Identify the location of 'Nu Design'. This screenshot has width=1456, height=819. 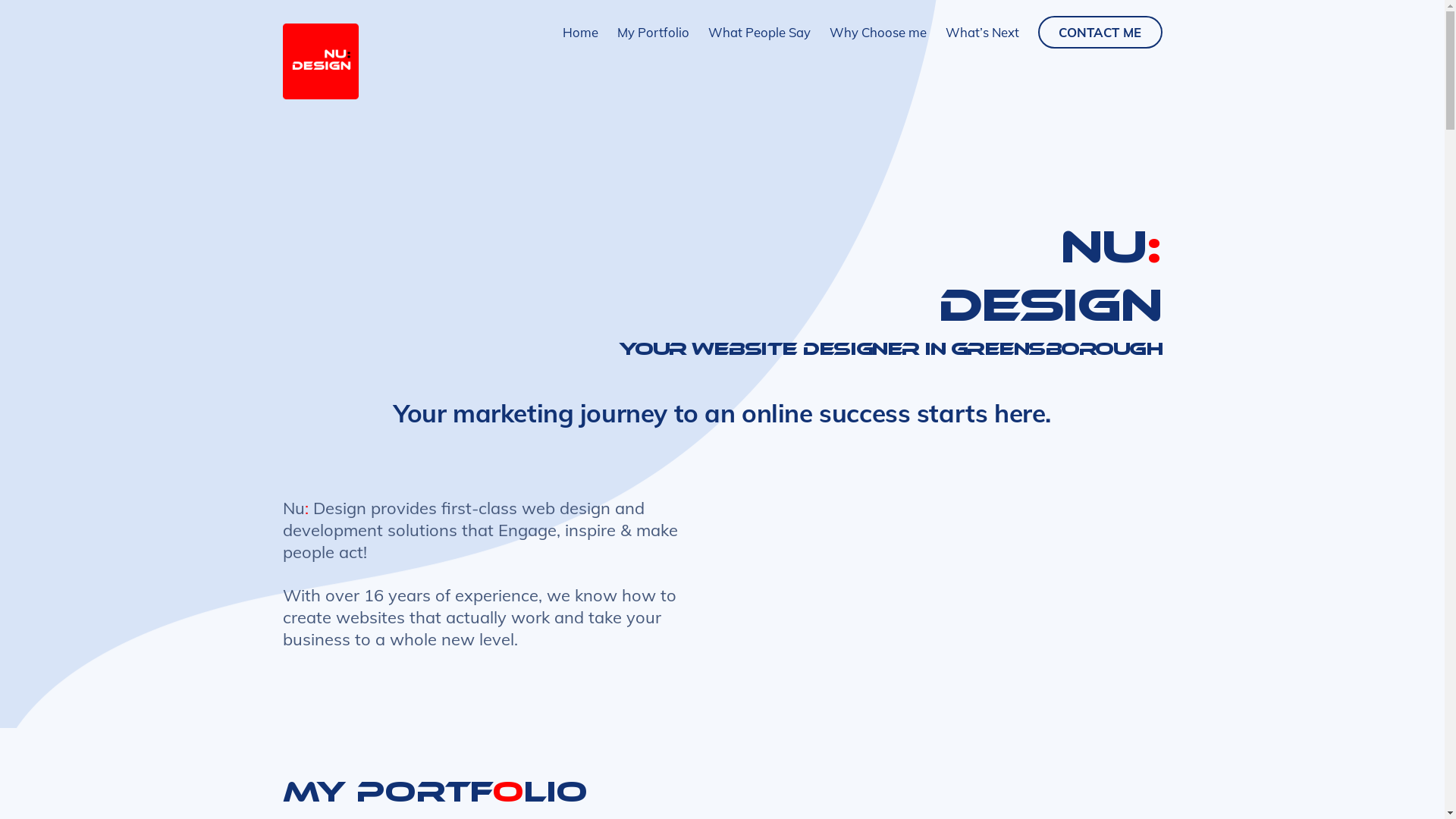
(319, 93).